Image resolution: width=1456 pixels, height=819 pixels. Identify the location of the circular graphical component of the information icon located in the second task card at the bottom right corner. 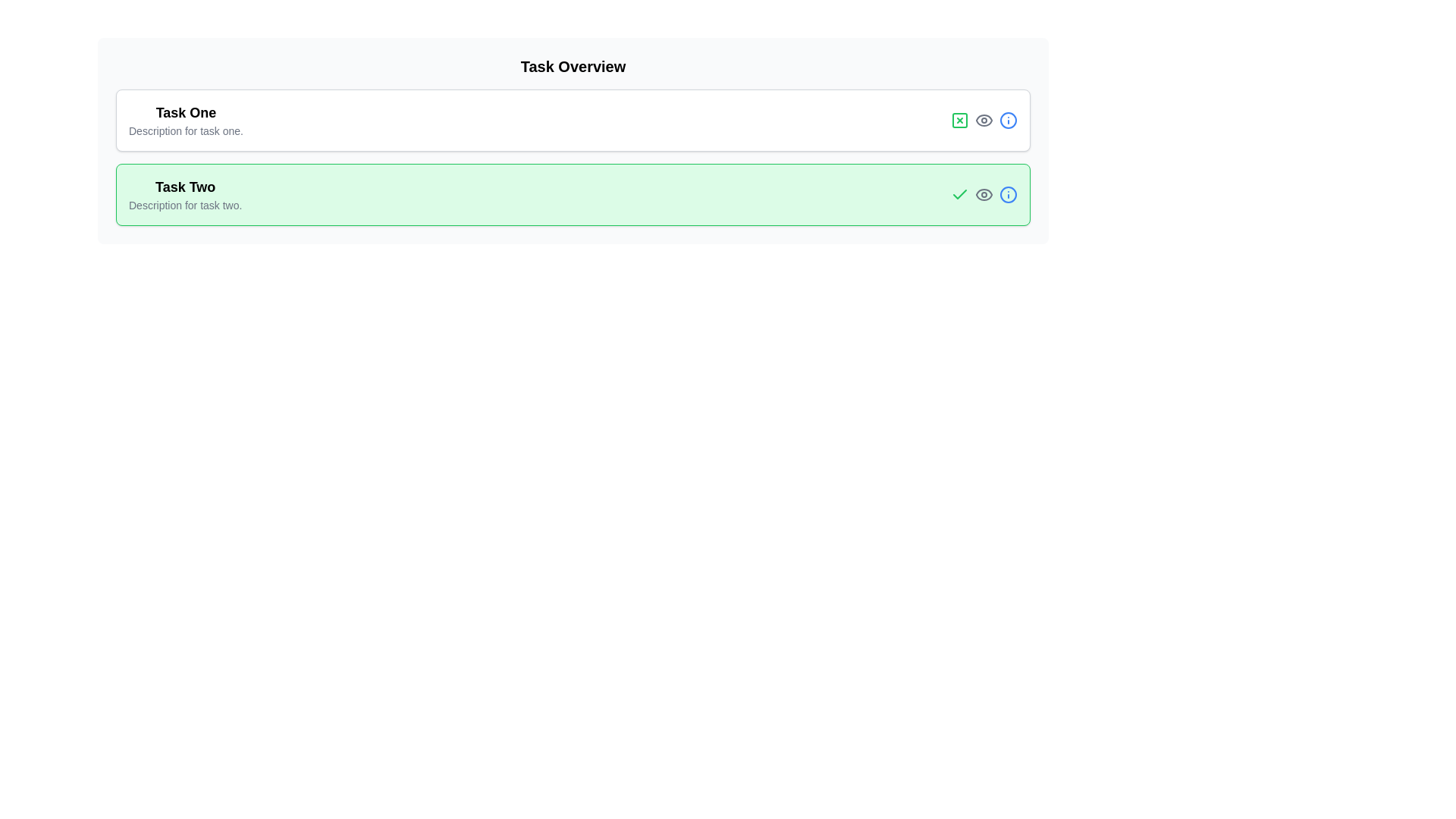
(1008, 119).